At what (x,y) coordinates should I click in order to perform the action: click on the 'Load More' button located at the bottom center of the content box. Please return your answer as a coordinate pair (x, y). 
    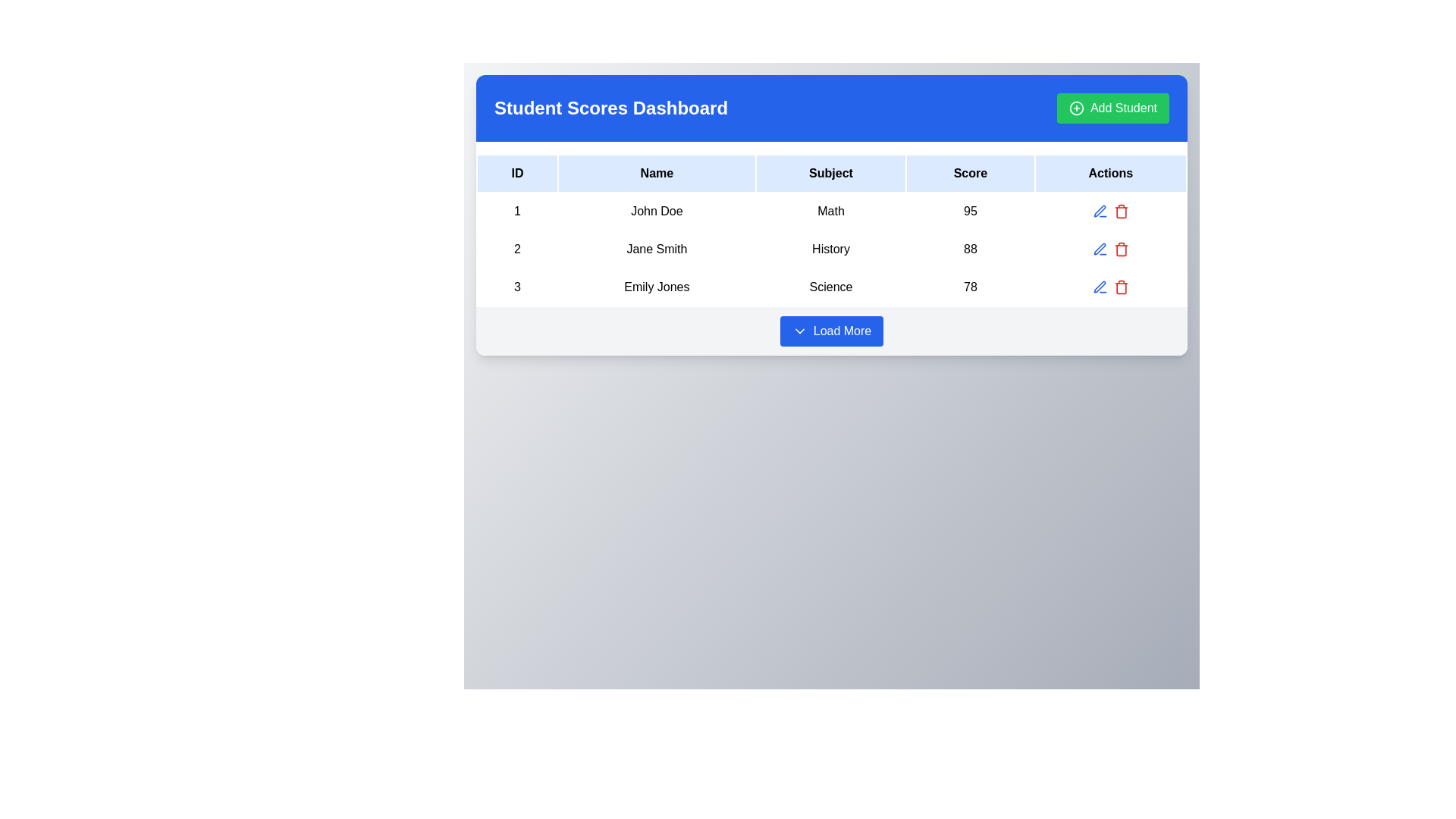
    Looking at the image, I should click on (831, 330).